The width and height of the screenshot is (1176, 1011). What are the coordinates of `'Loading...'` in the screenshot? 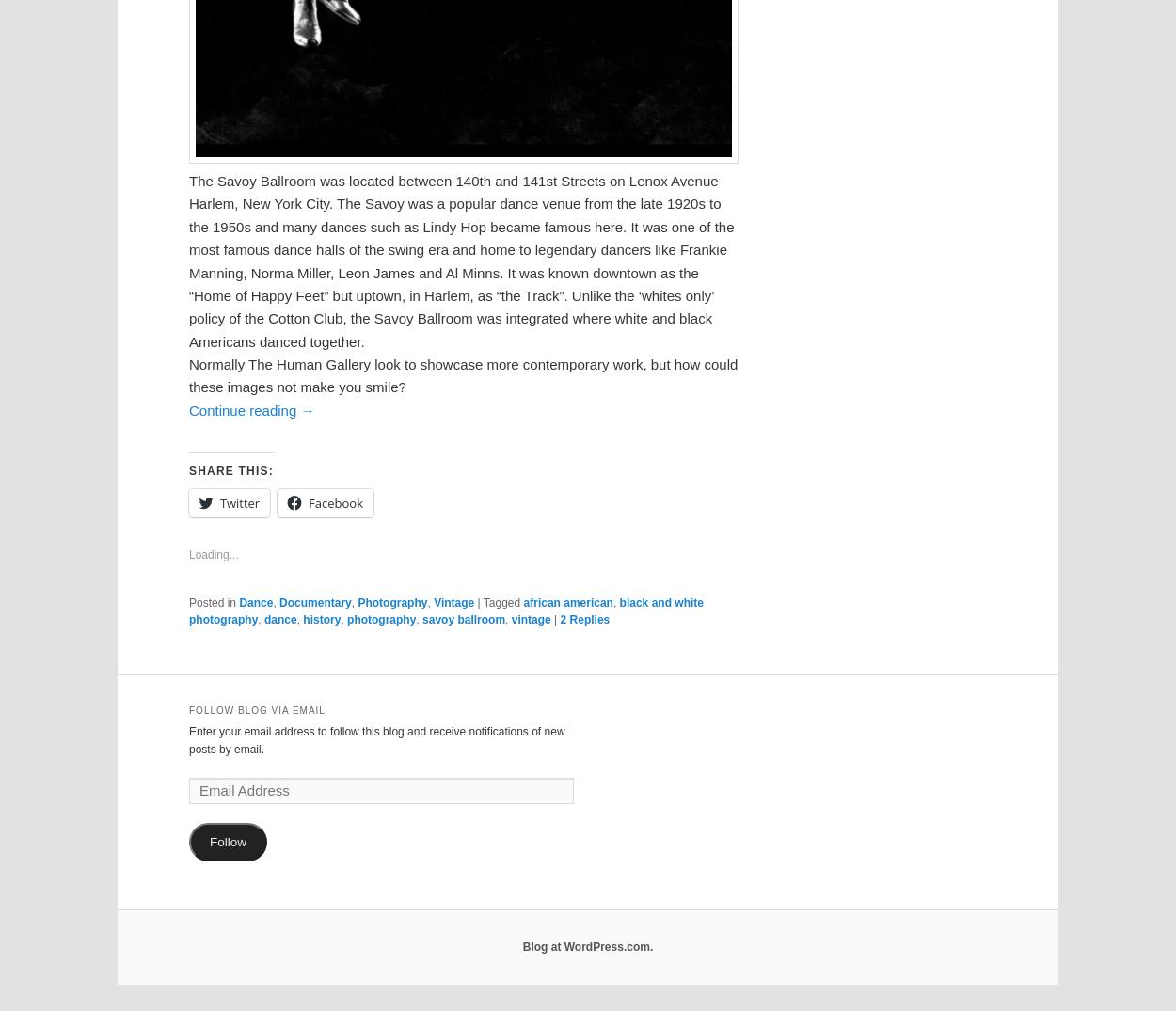 It's located at (213, 553).